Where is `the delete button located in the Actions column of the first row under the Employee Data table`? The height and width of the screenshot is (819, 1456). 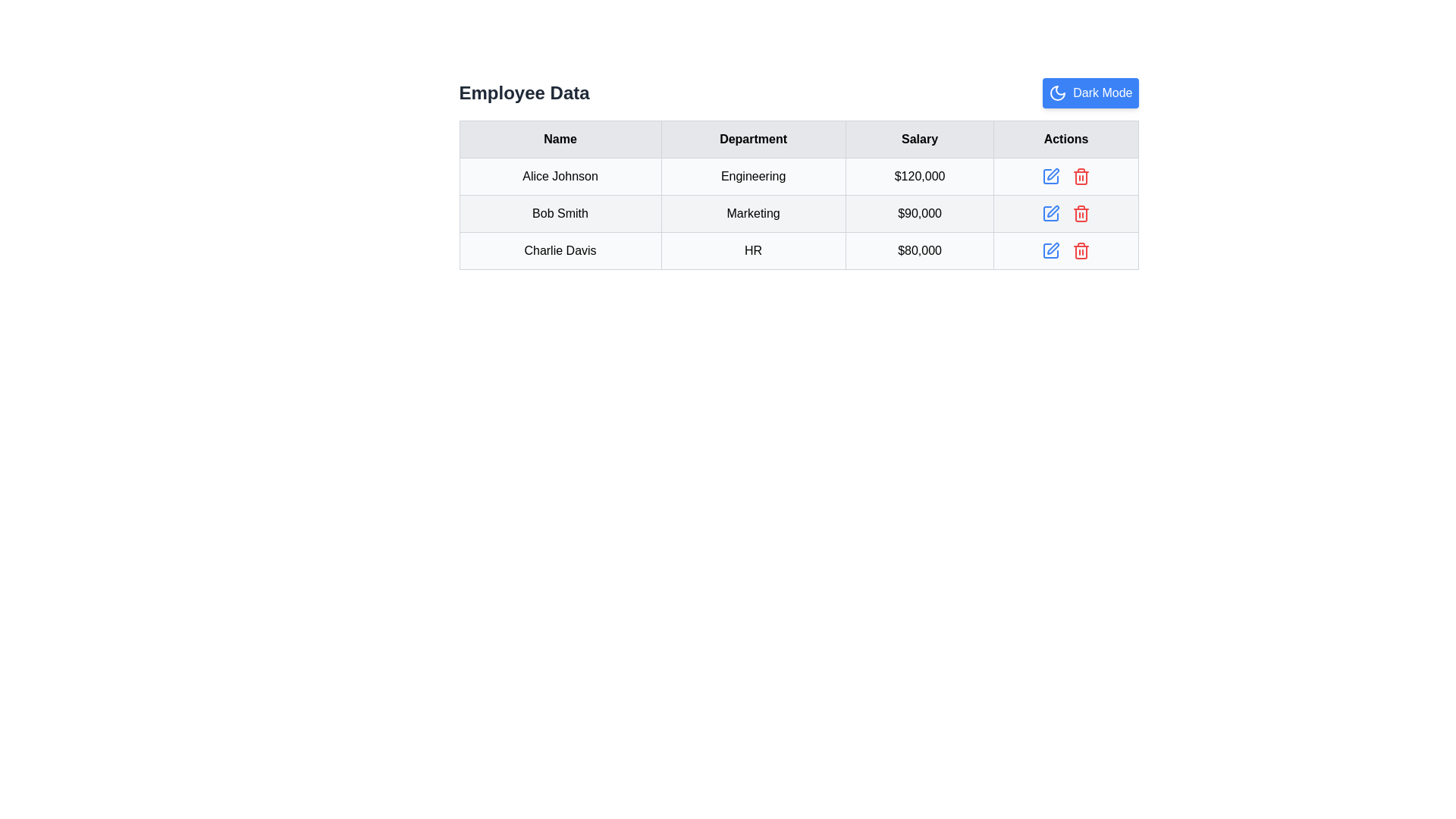 the delete button located in the Actions column of the first row under the Employee Data table is located at coordinates (1080, 175).